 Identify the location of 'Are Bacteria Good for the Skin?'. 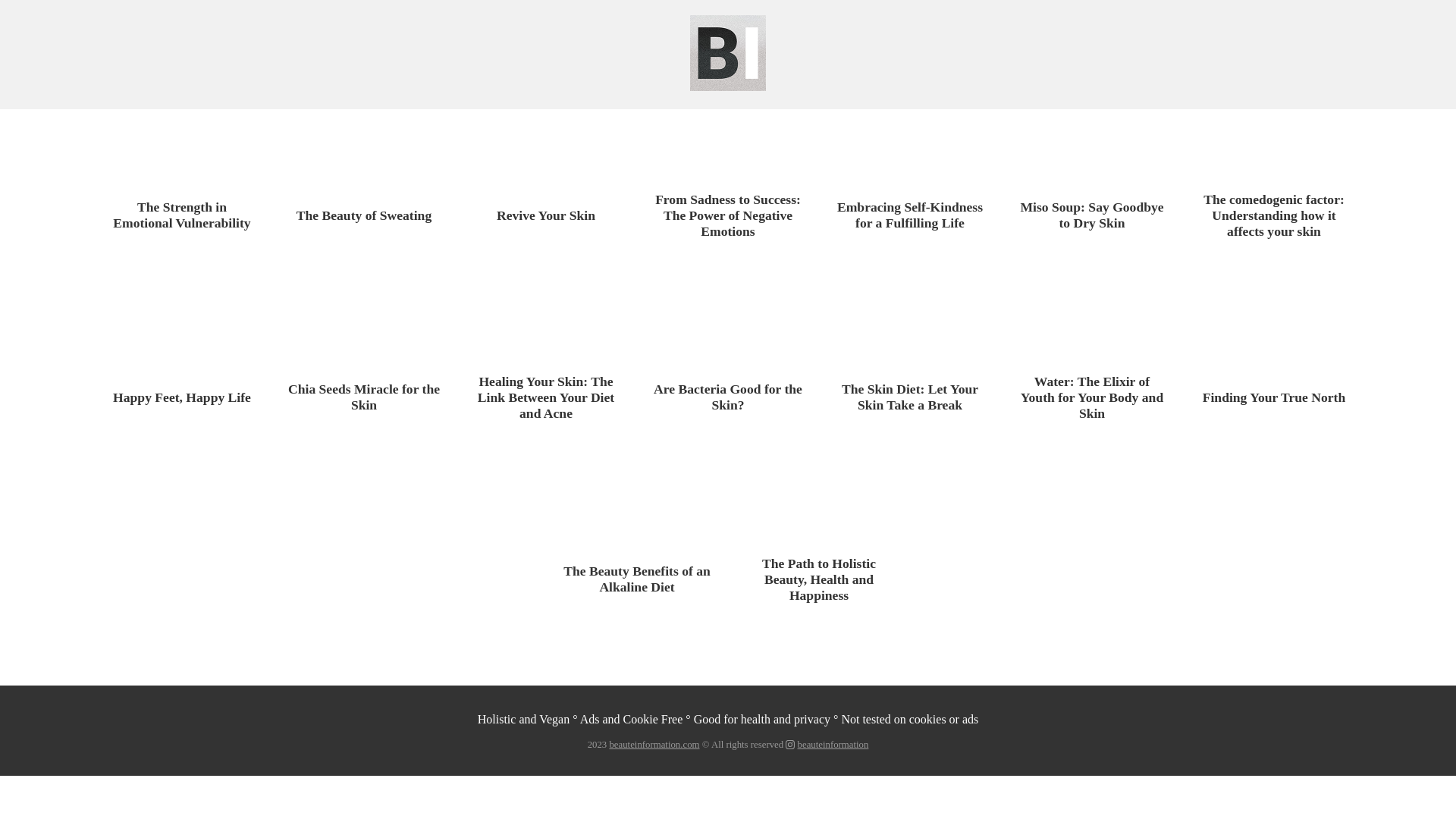
(728, 397).